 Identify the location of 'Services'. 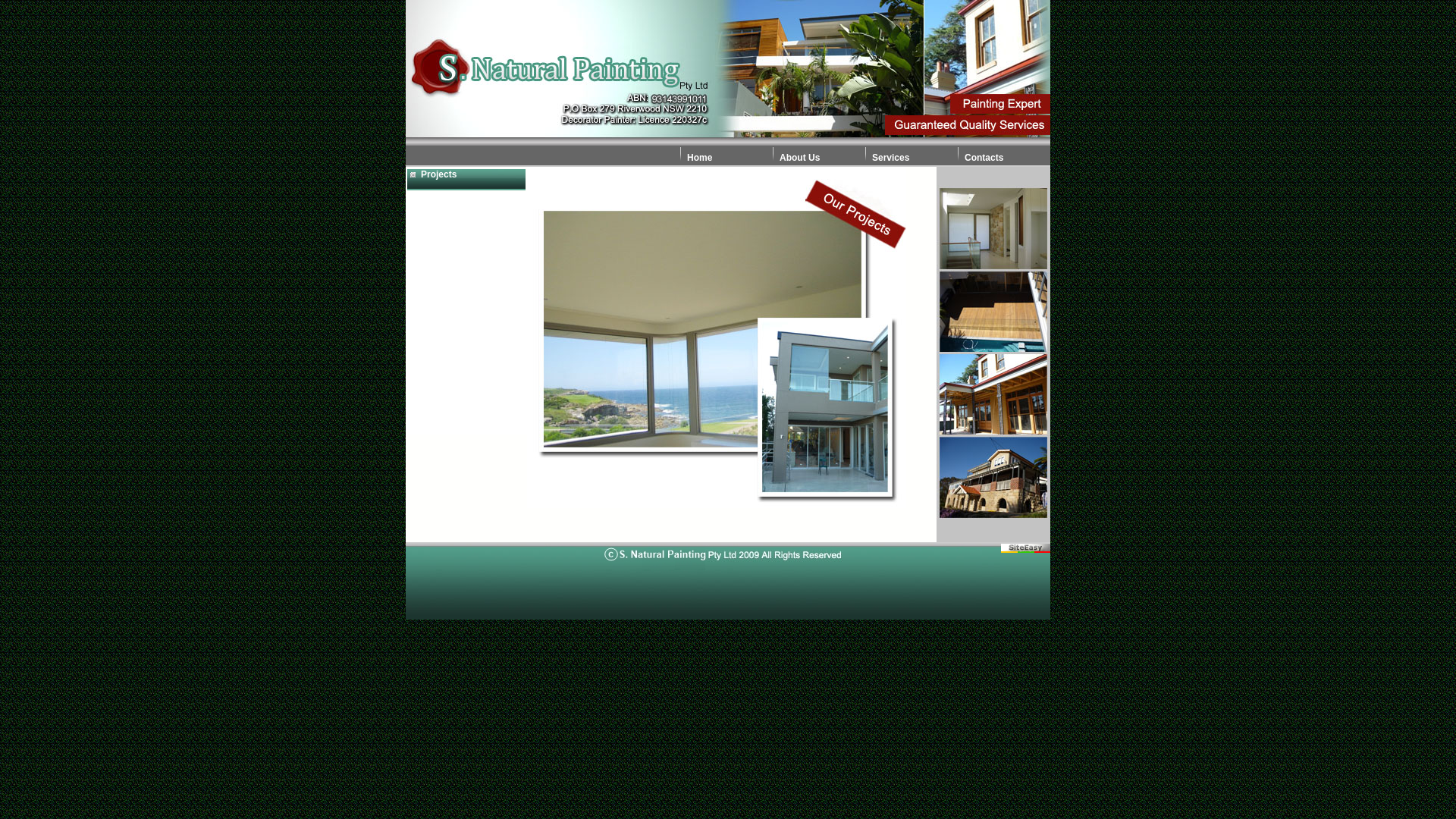
(890, 158).